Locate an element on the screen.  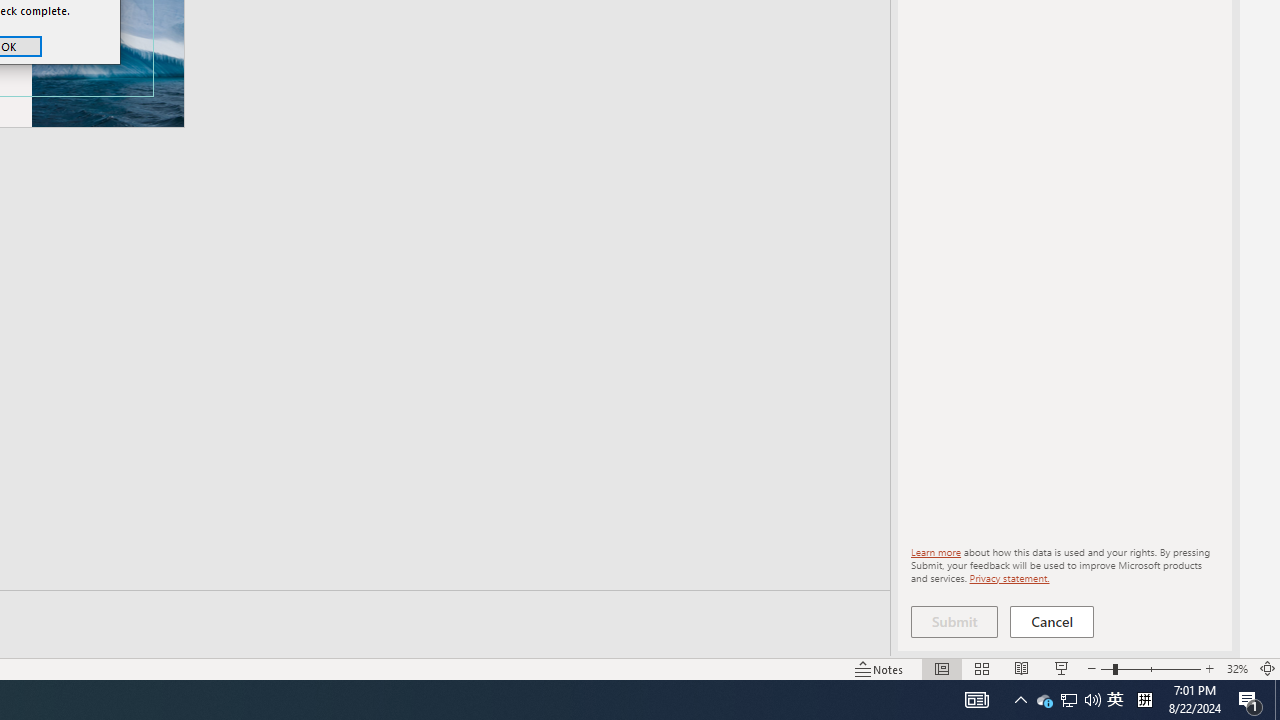
'Submit' is located at coordinates (953, 621).